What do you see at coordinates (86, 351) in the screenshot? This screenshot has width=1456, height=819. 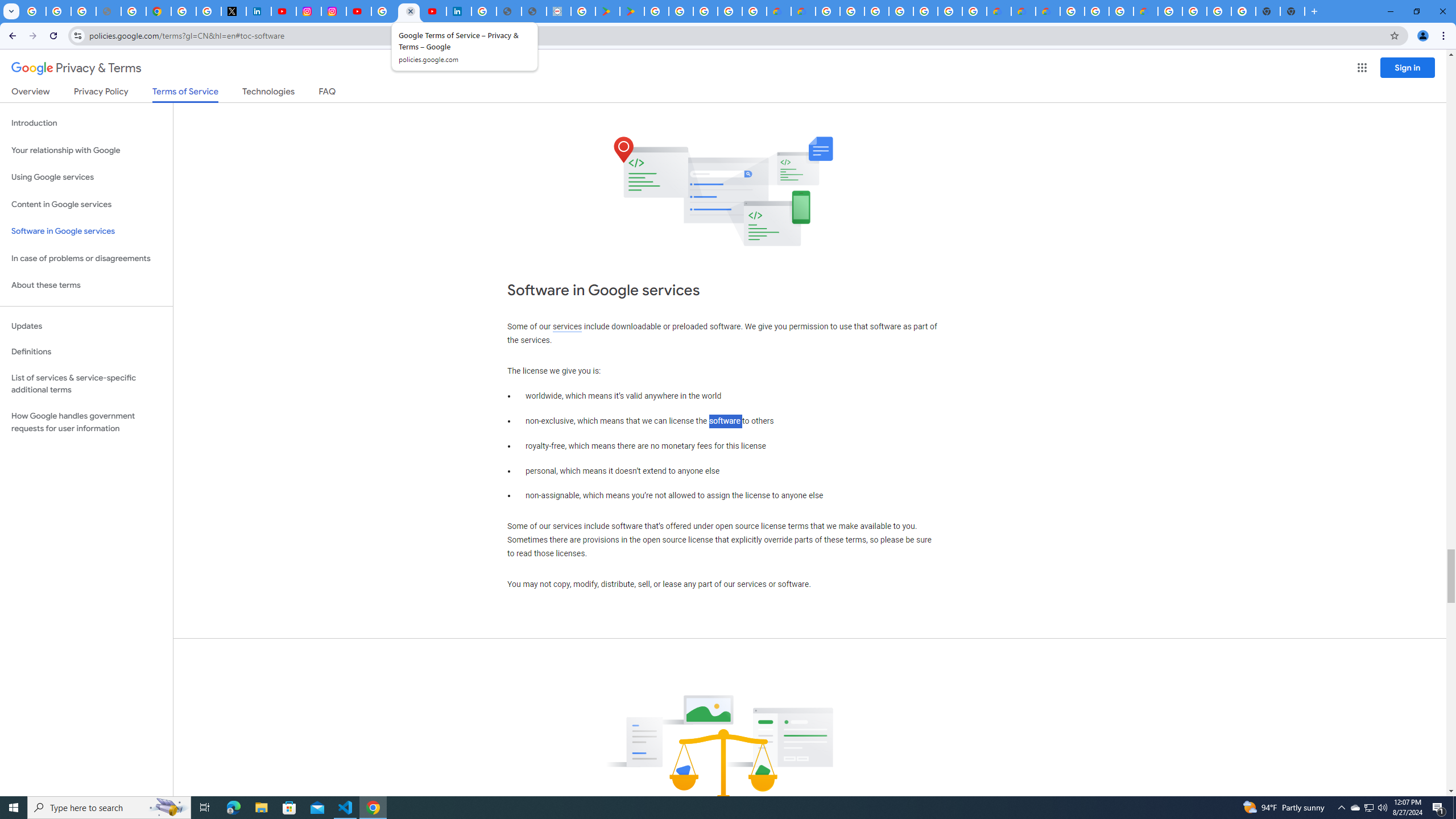 I see `'Definitions'` at bounding box center [86, 351].